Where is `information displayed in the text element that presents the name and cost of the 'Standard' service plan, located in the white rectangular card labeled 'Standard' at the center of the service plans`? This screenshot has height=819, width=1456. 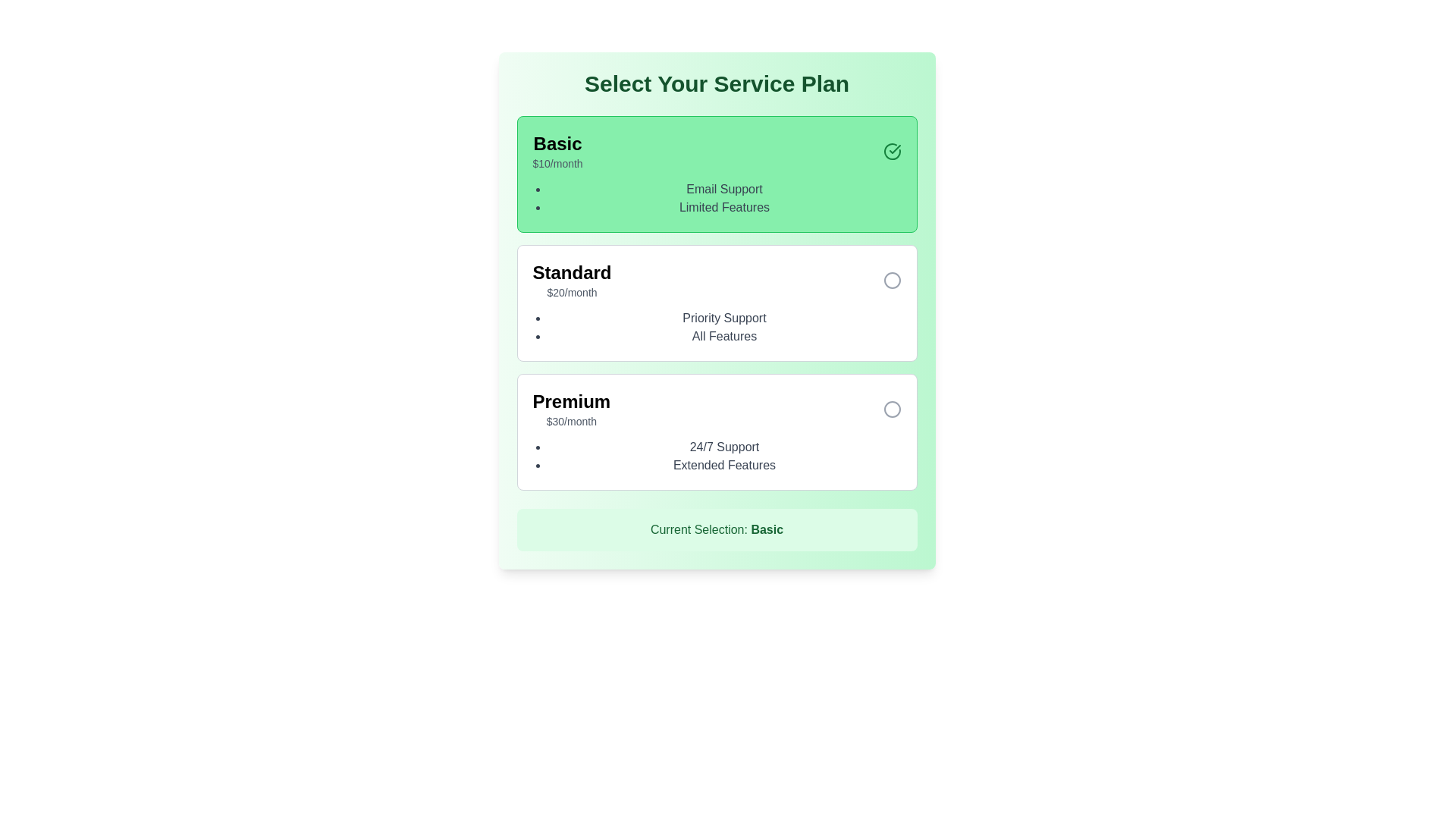 information displayed in the text element that presents the name and cost of the 'Standard' service plan, located in the white rectangular card labeled 'Standard' at the center of the service plans is located at coordinates (571, 281).